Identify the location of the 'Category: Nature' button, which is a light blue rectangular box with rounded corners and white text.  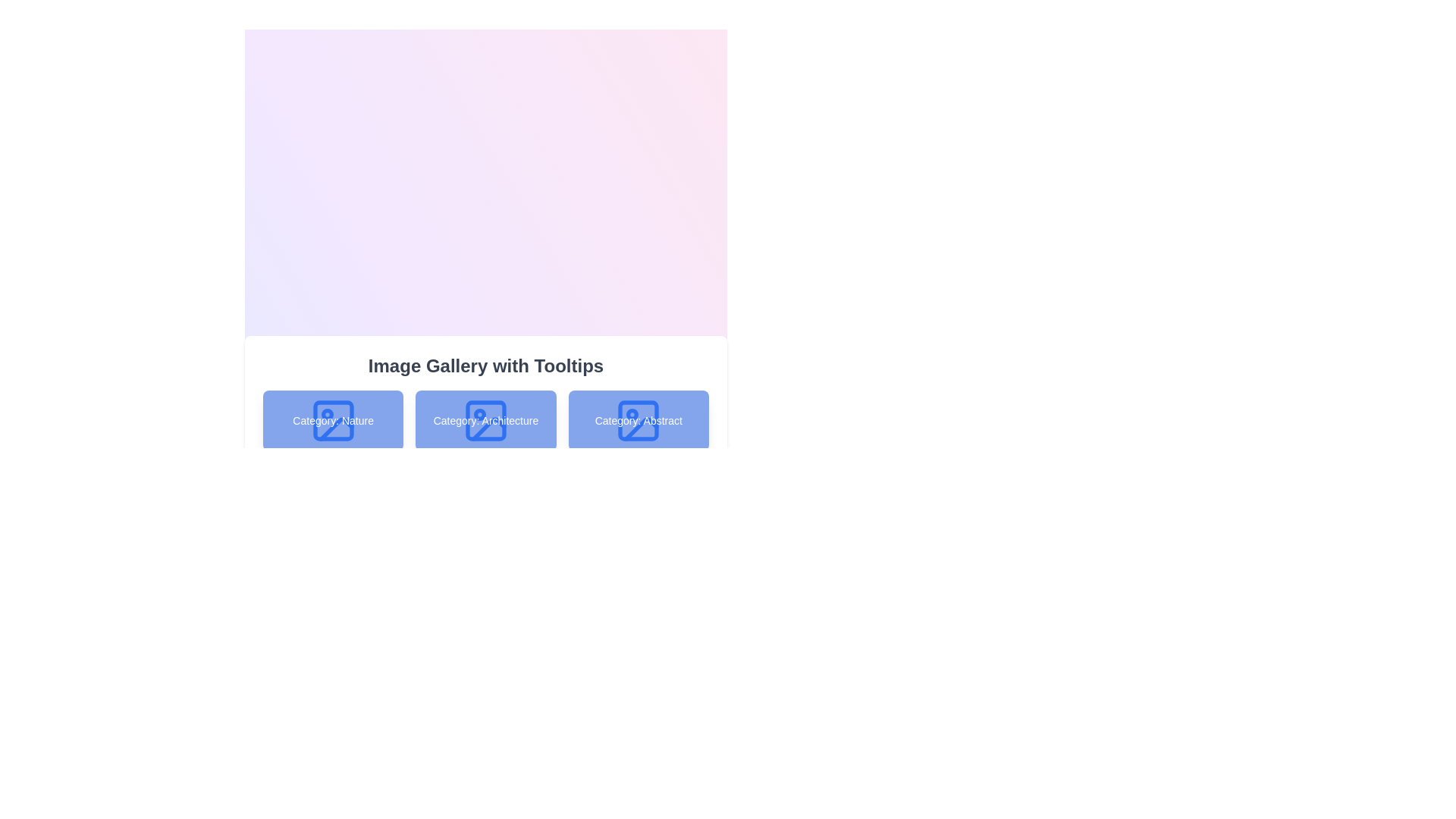
(332, 421).